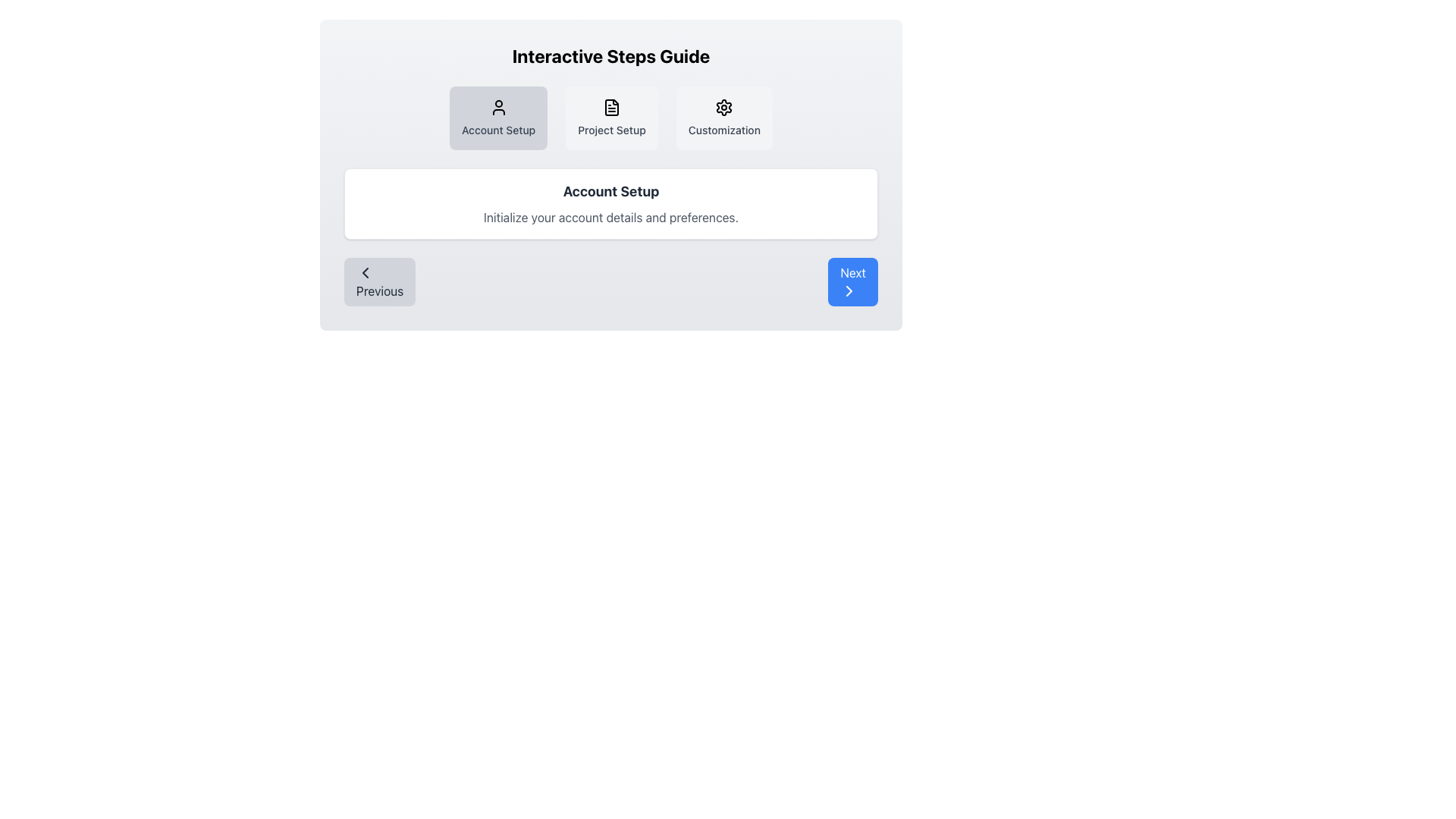 The width and height of the screenshot is (1456, 819). What do you see at coordinates (611, 203) in the screenshot?
I see `the 'Account Setup' informational box, which introduces the account setup process and provides a brief description of initializing account details and preferences` at bounding box center [611, 203].